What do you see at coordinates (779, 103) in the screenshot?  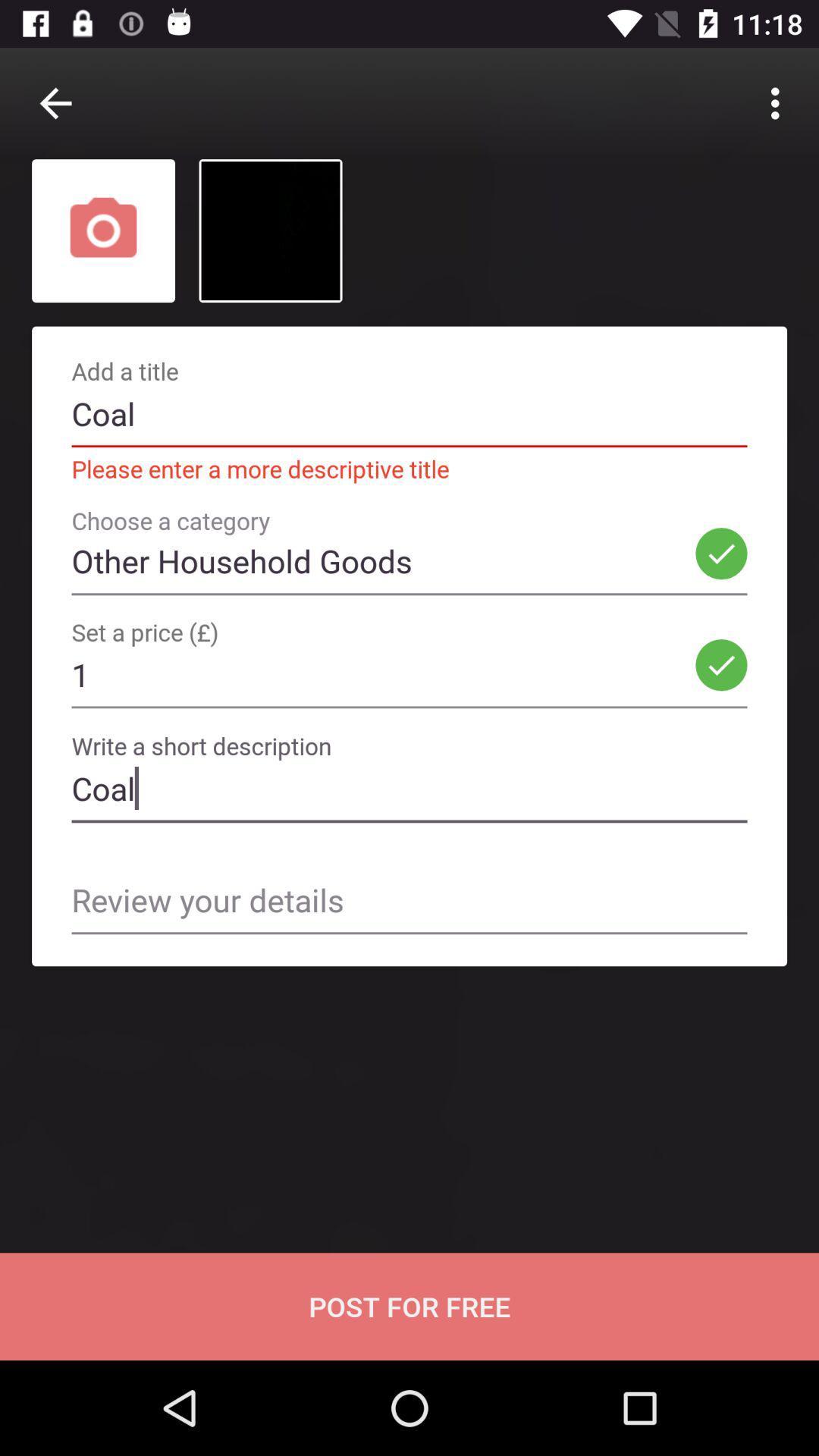 I see `the 3 vertical dots at the top right corner of the page` at bounding box center [779, 103].